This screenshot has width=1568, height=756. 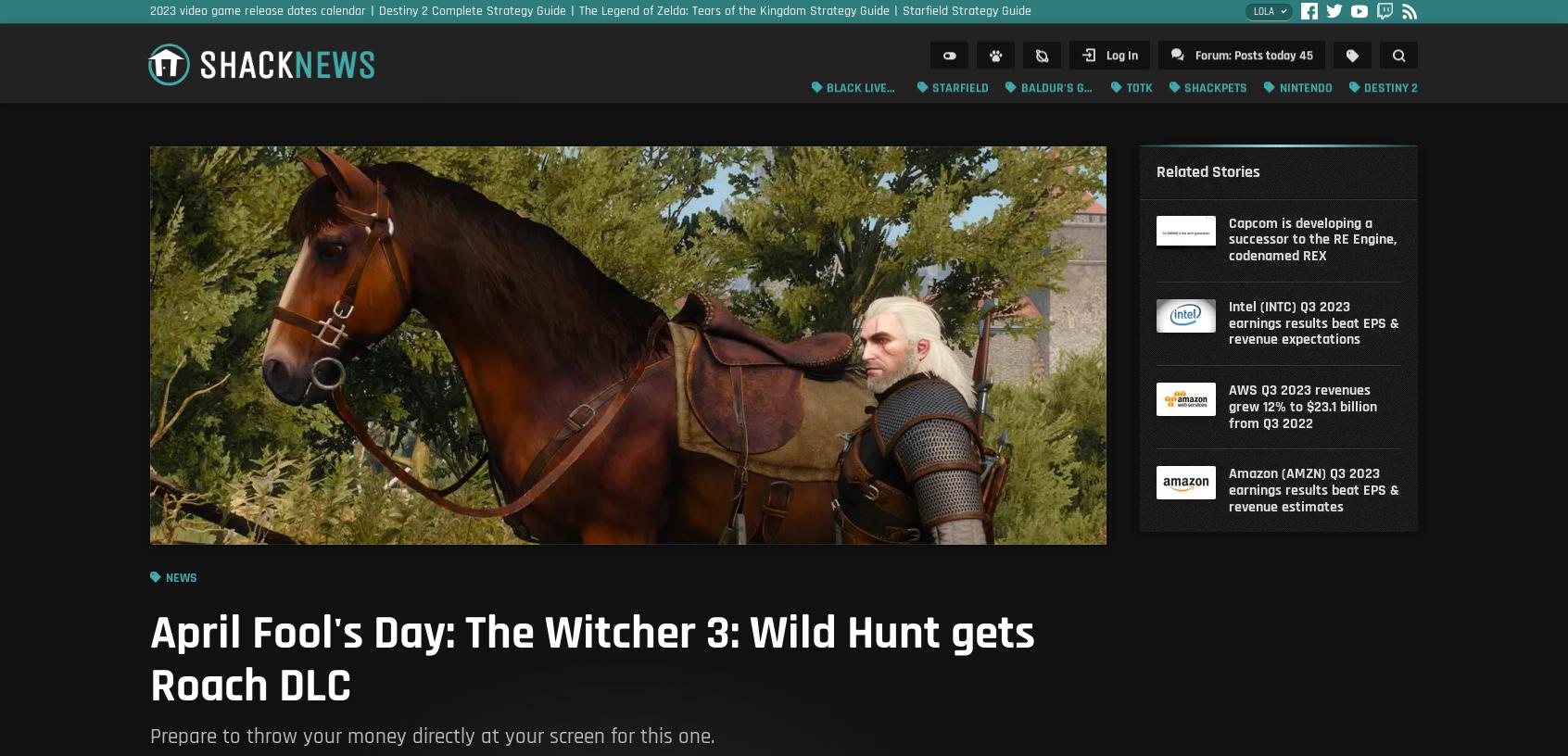 What do you see at coordinates (1364, 186) in the screenshot?
I see `'Podcasts'` at bounding box center [1364, 186].